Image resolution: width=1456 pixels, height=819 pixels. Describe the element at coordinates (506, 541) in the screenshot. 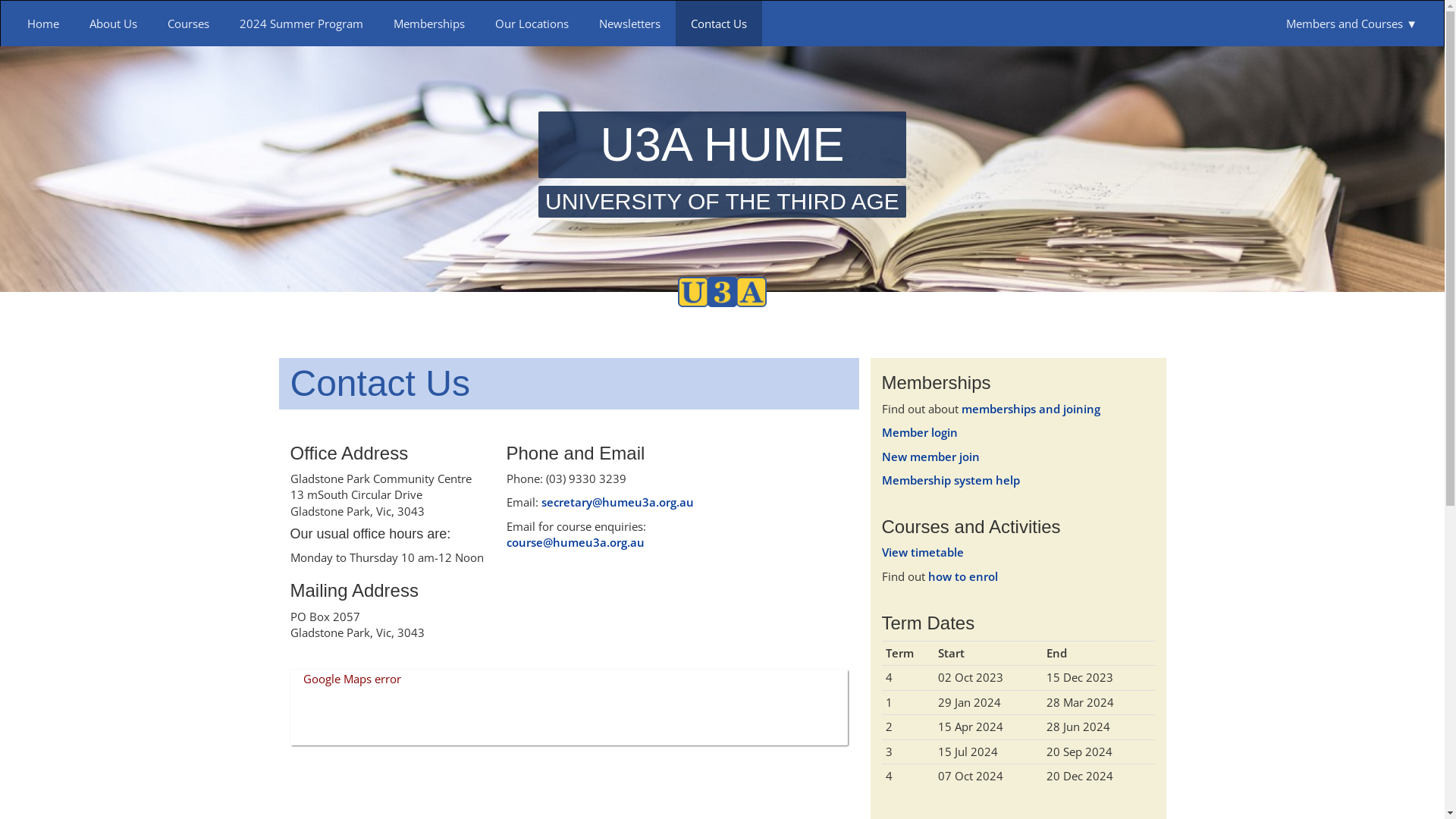

I see `'course@humeu3a.org.au'` at that location.